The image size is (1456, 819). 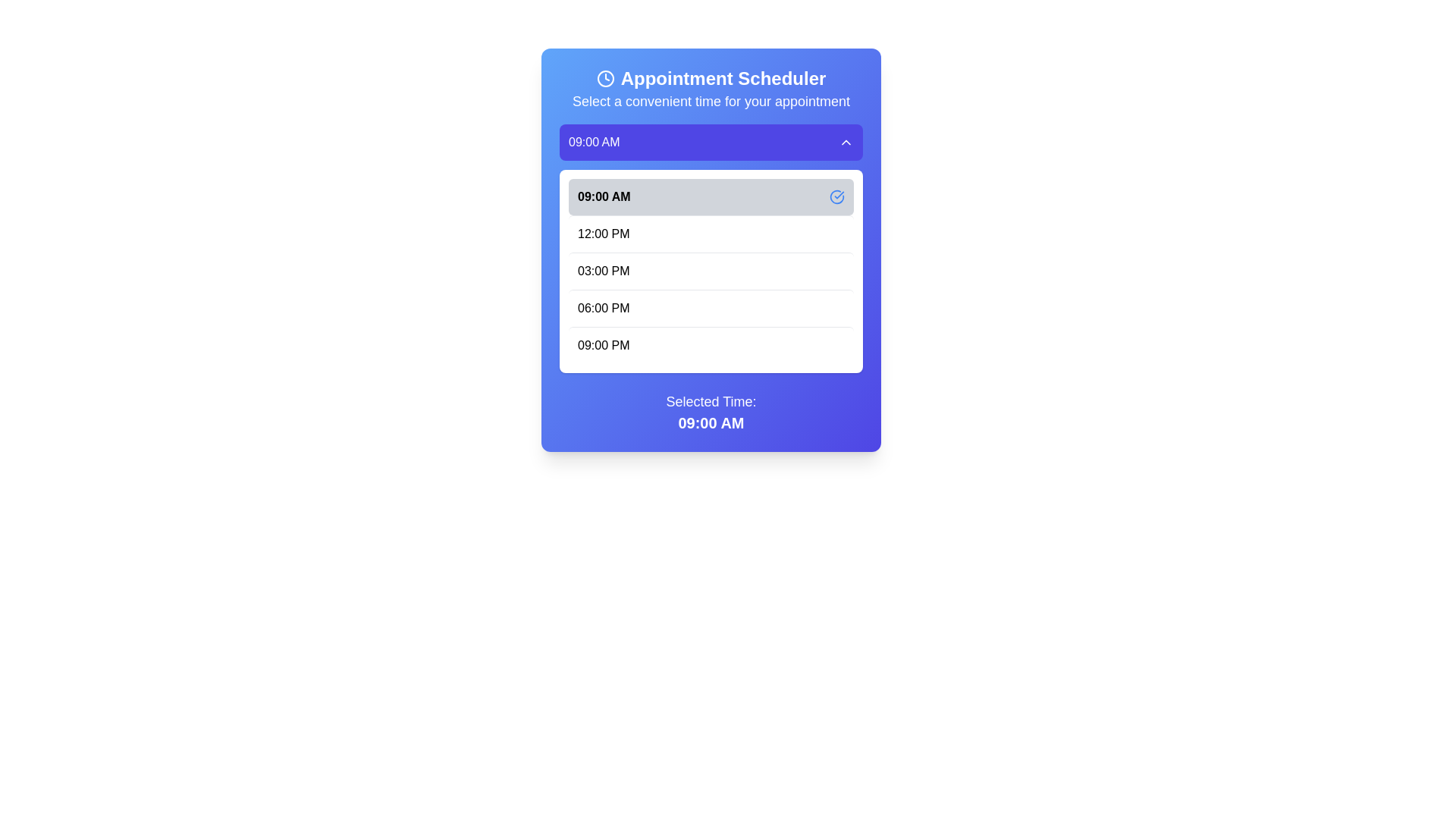 What do you see at coordinates (710, 400) in the screenshot?
I see `the Text Label that provides context for the user-selected time displayed beneath it, positioned above the '09:00 AM' time display` at bounding box center [710, 400].